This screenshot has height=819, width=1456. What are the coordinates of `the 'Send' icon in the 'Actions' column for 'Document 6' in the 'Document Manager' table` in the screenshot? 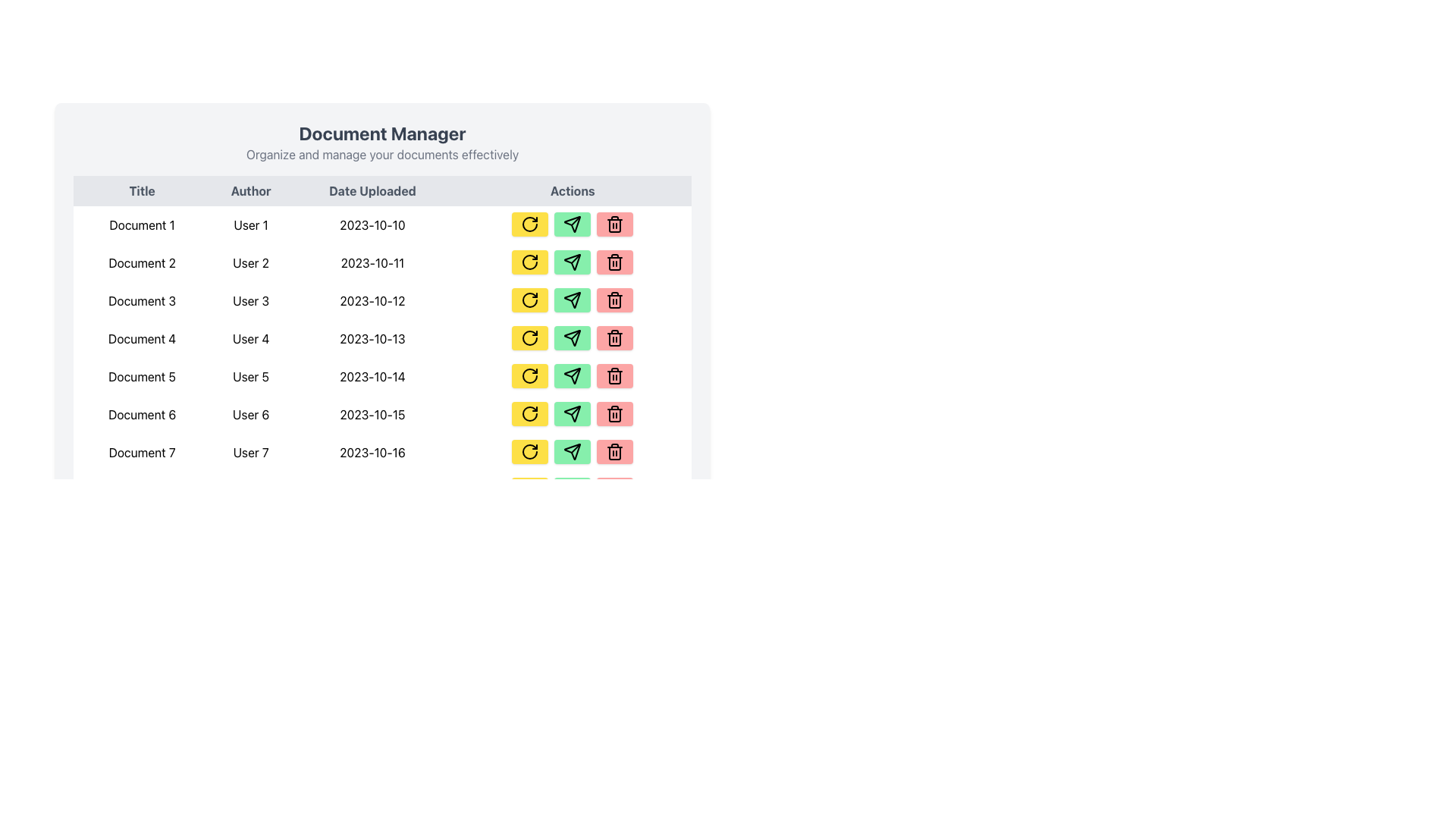 It's located at (572, 414).